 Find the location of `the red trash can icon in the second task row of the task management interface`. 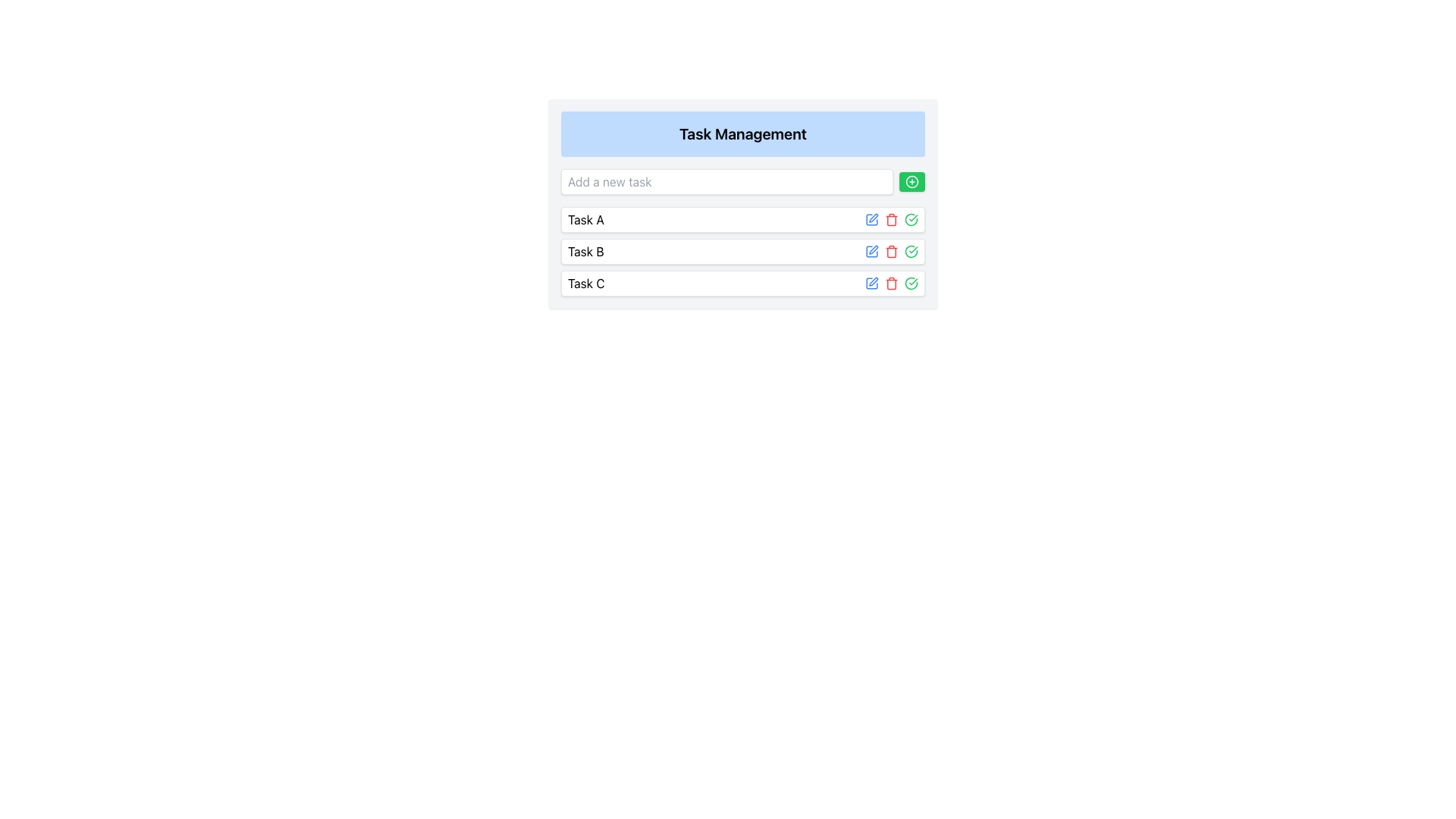

the red trash can icon in the second task row of the task management interface is located at coordinates (892, 250).